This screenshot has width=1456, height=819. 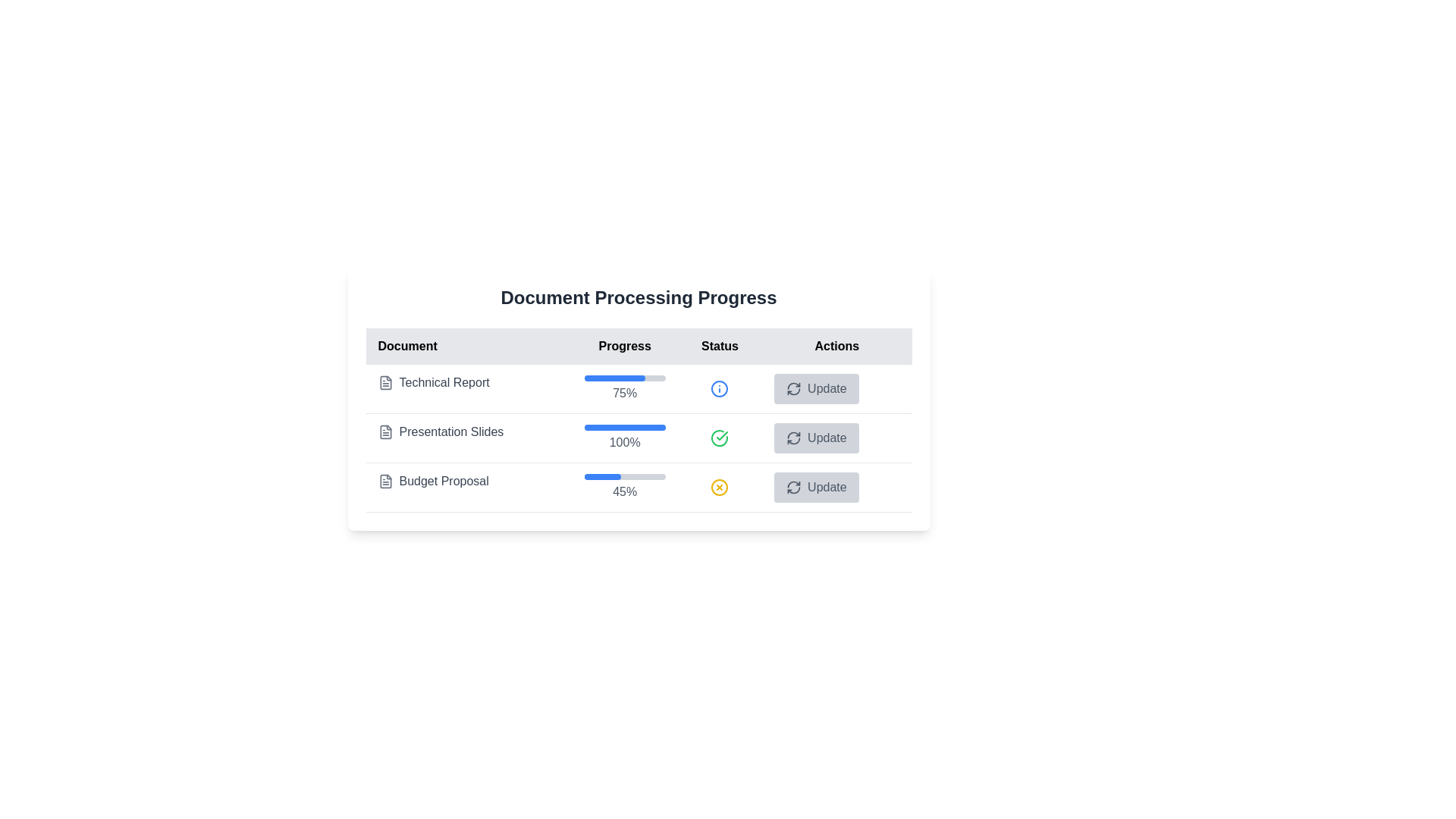 I want to click on the green checkmark icon in the 'Status' column indicating successful processing of the 'Presentation Slides' entry, so click(x=719, y=438).